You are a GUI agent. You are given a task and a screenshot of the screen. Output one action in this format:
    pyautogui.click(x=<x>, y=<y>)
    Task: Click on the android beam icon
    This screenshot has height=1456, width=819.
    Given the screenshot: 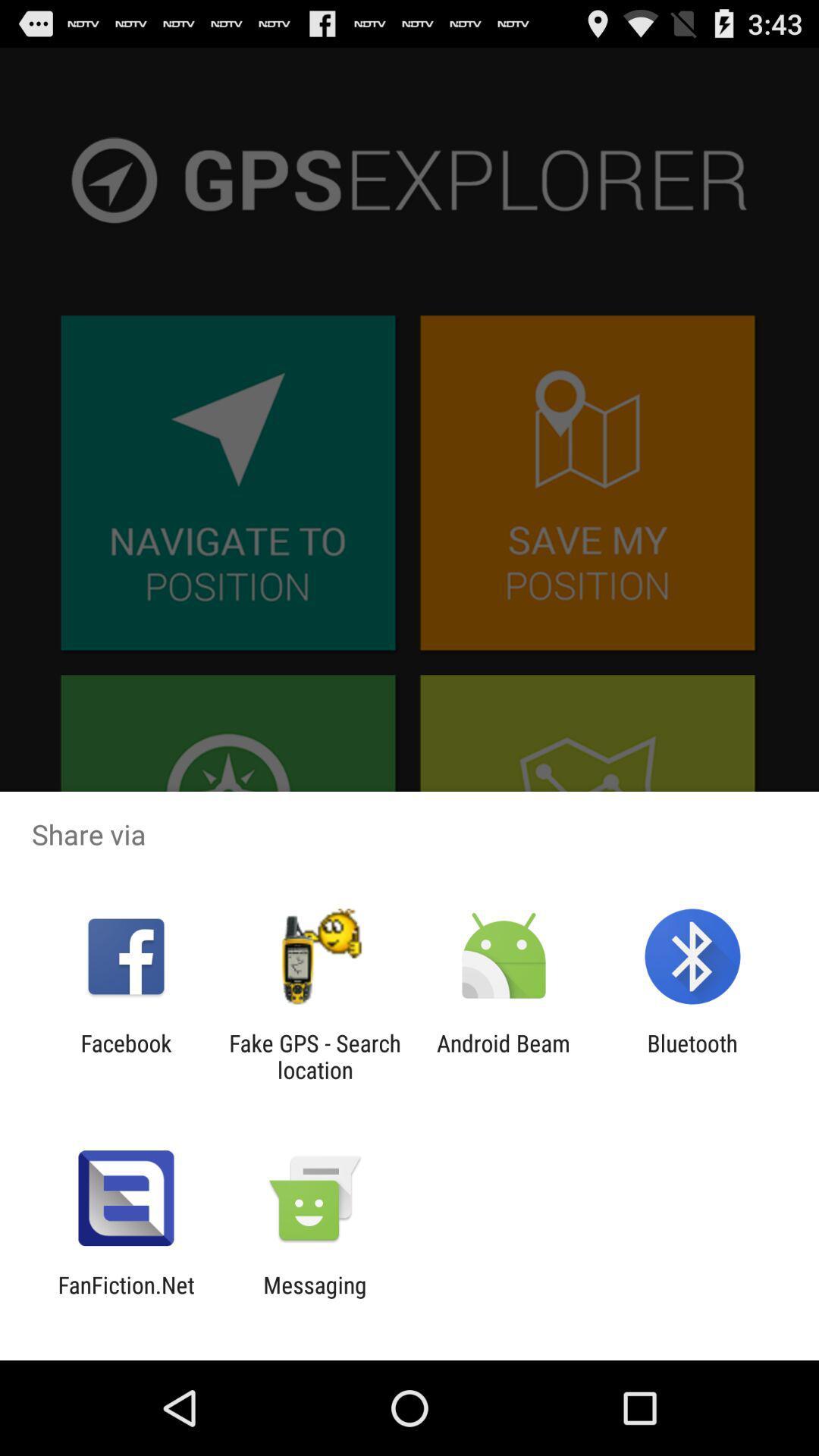 What is the action you would take?
    pyautogui.click(x=504, y=1056)
    